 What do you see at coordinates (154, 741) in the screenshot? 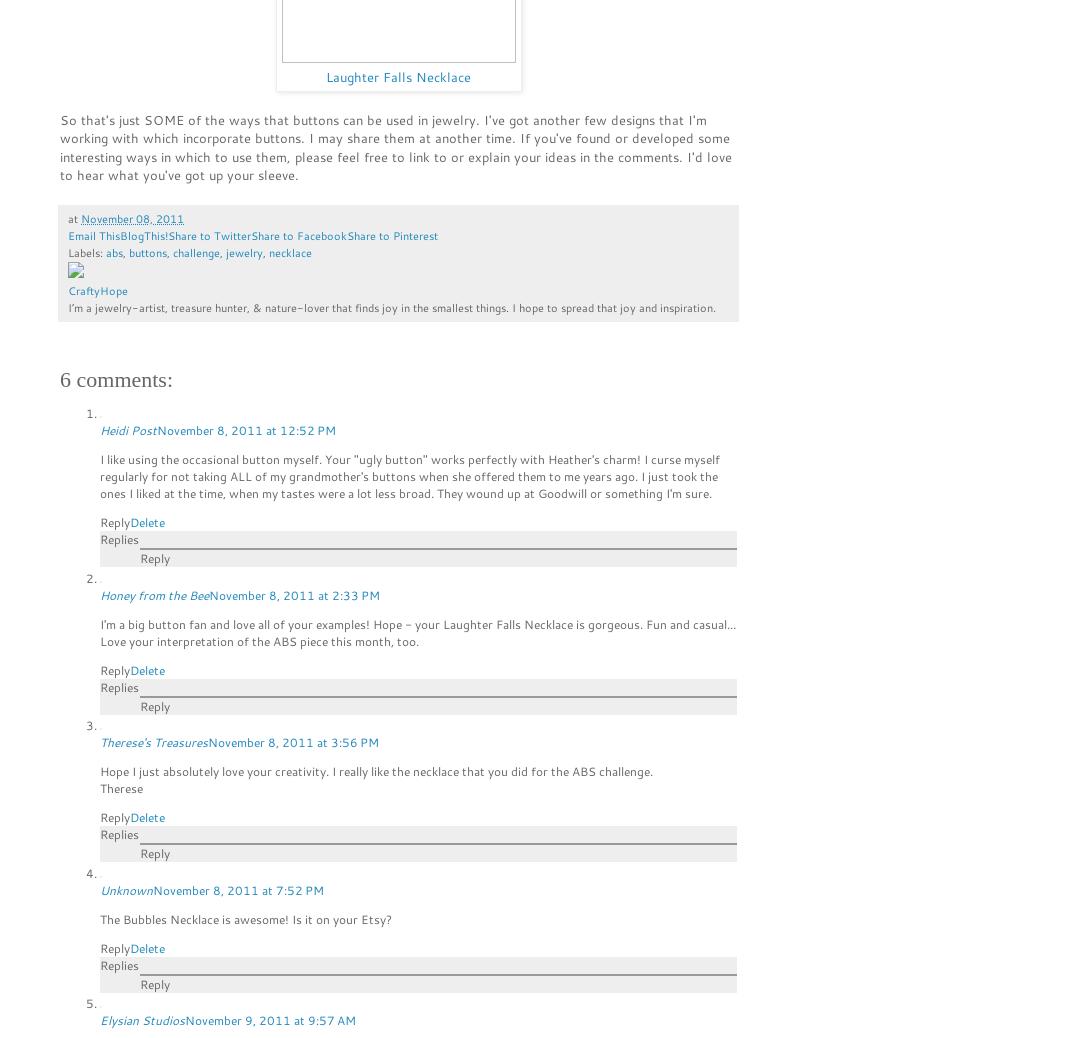
I see `'Therese's Treasures'` at bounding box center [154, 741].